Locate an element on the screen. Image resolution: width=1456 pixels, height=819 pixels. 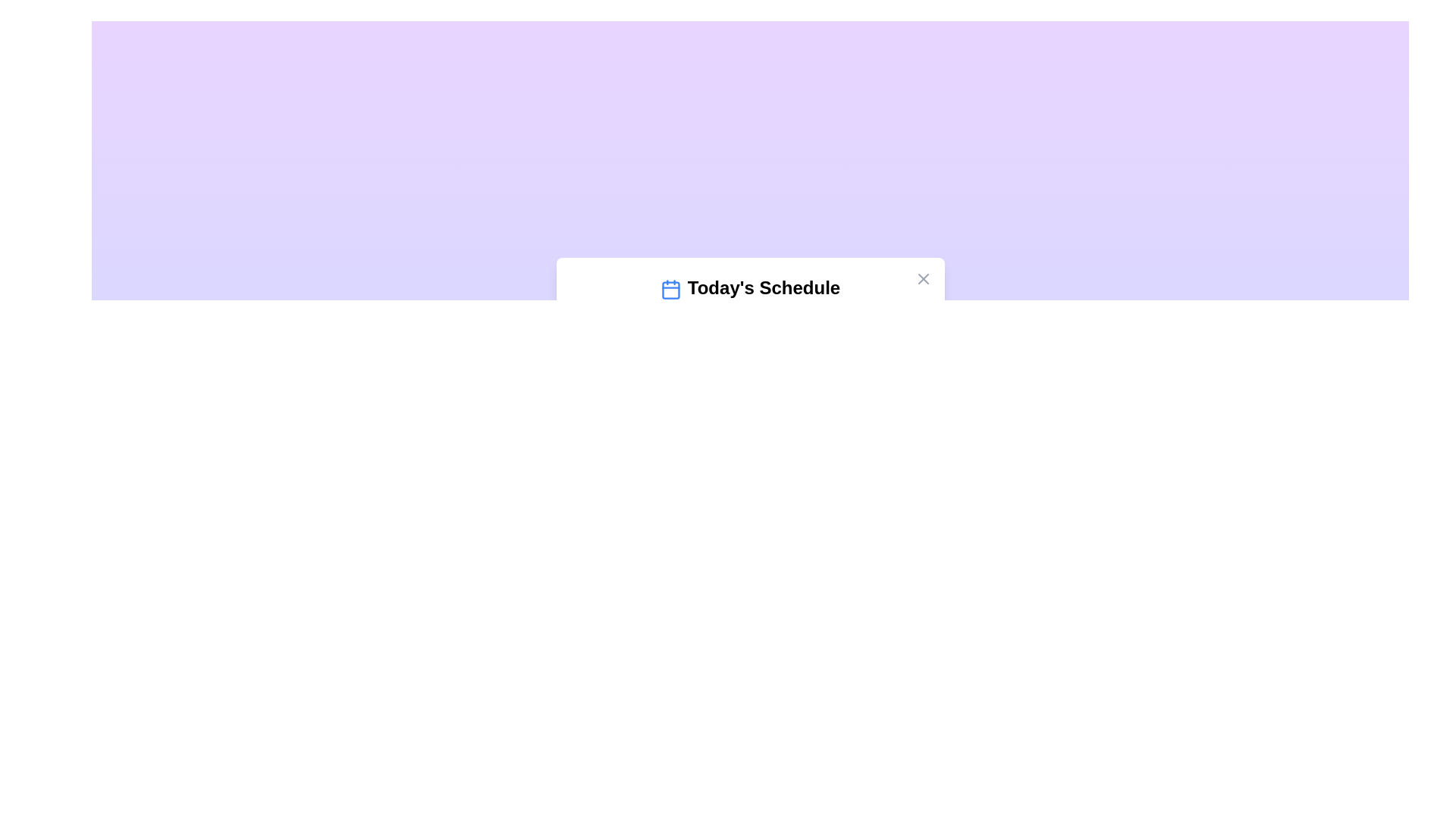
the heading text element for today's scheduled activities is located at coordinates (750, 288).